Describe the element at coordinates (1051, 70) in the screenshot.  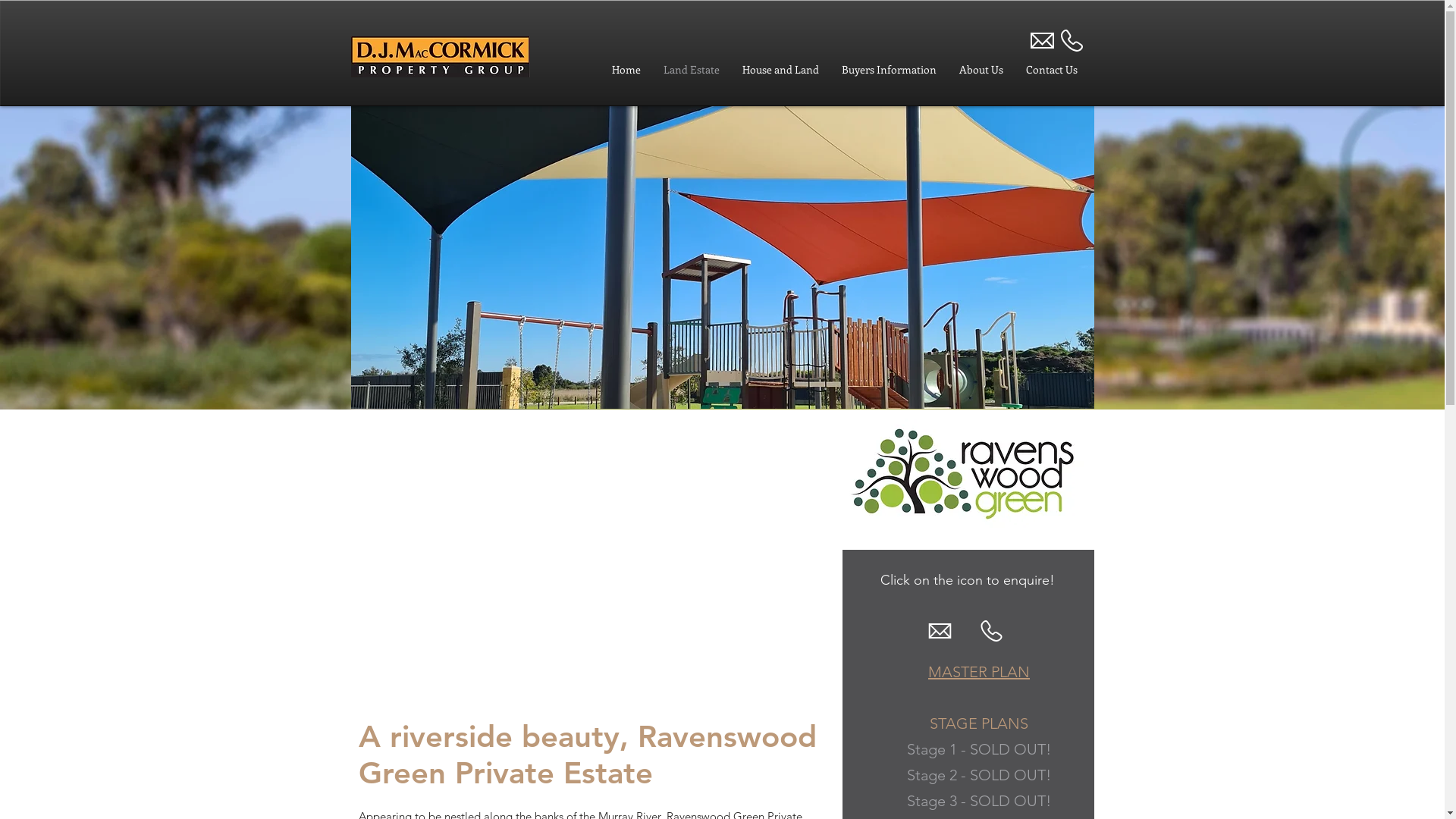
I see `'Contact Us'` at that location.